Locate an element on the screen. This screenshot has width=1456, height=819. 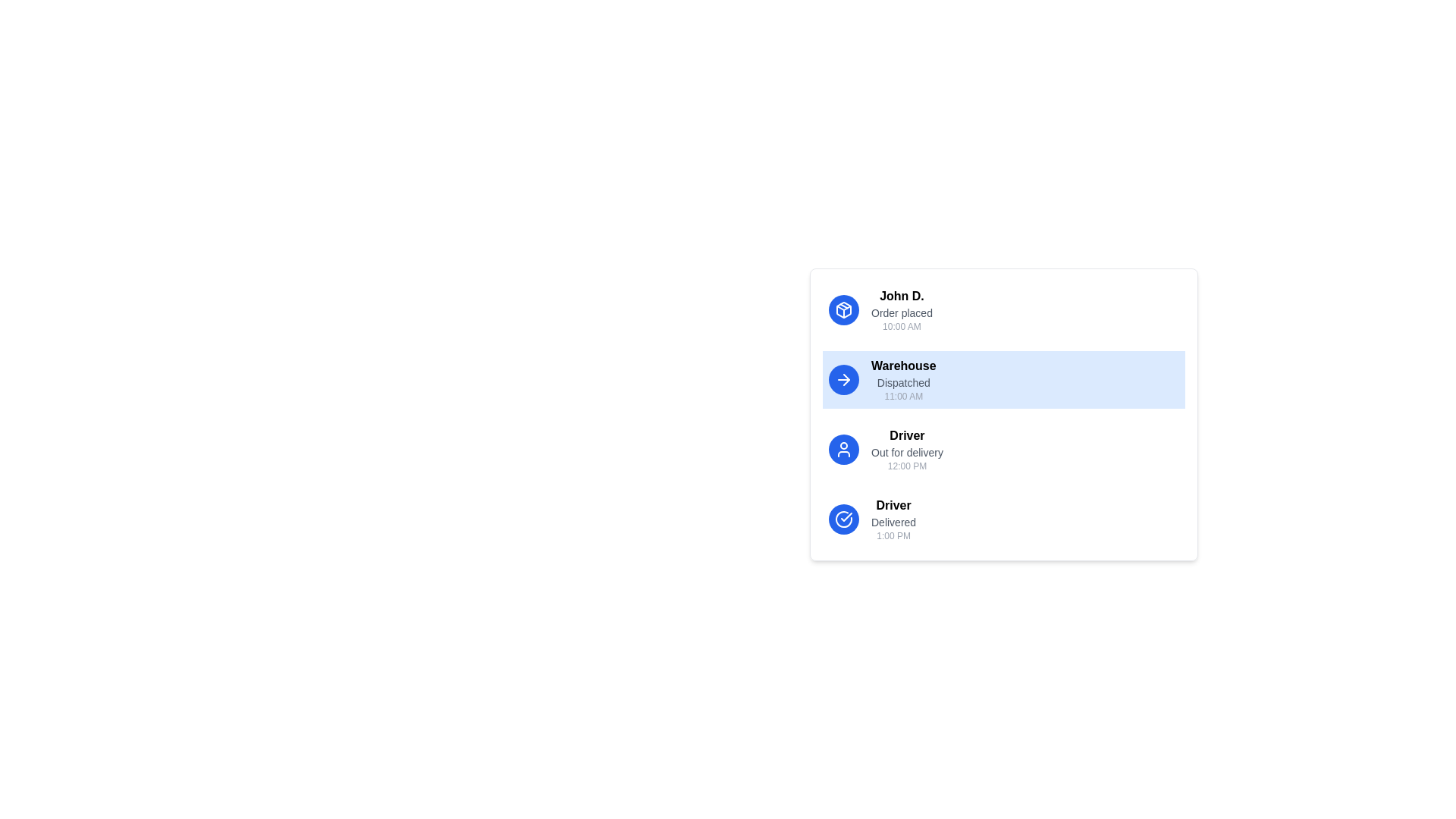
the status update list item indicating that the package has been dispatched from the warehouse at 11:00 AM, which is the second item in the vertical list is located at coordinates (1004, 415).